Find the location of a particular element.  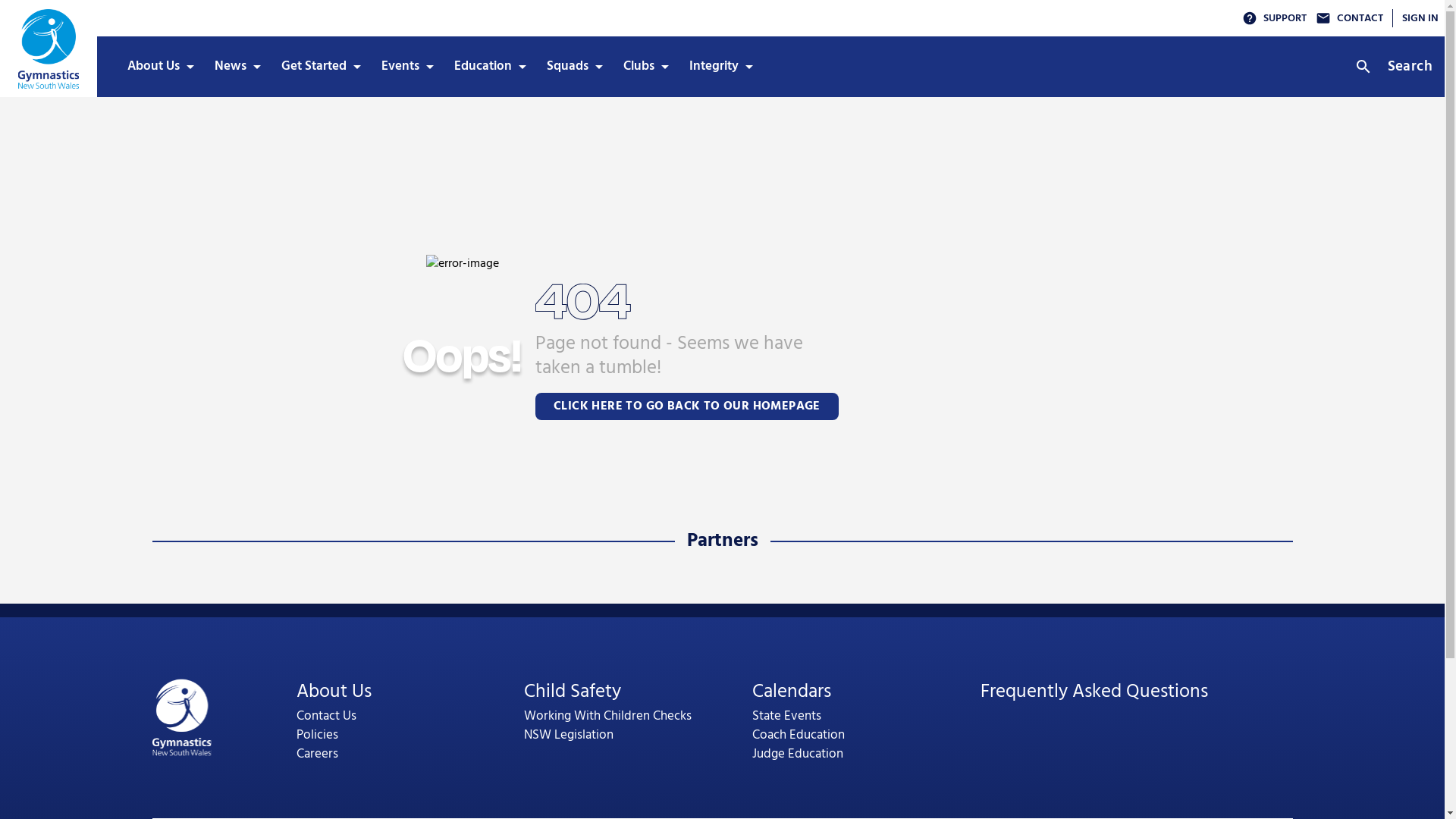

'Search' is located at coordinates (1395, 66).